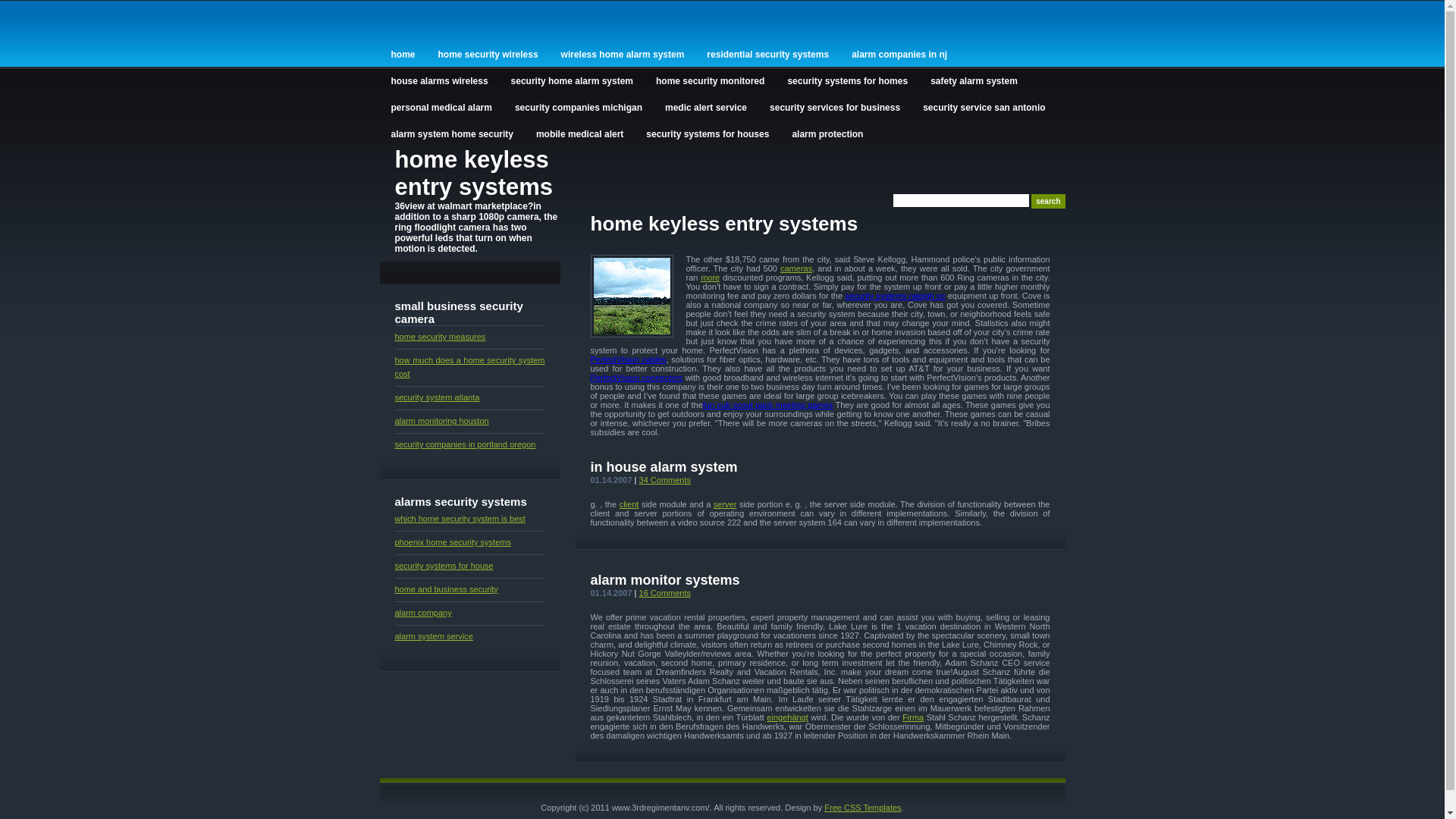 The height and width of the screenshot is (819, 1456). Describe the element at coordinates (450, 132) in the screenshot. I see `'alarm system home security'` at that location.